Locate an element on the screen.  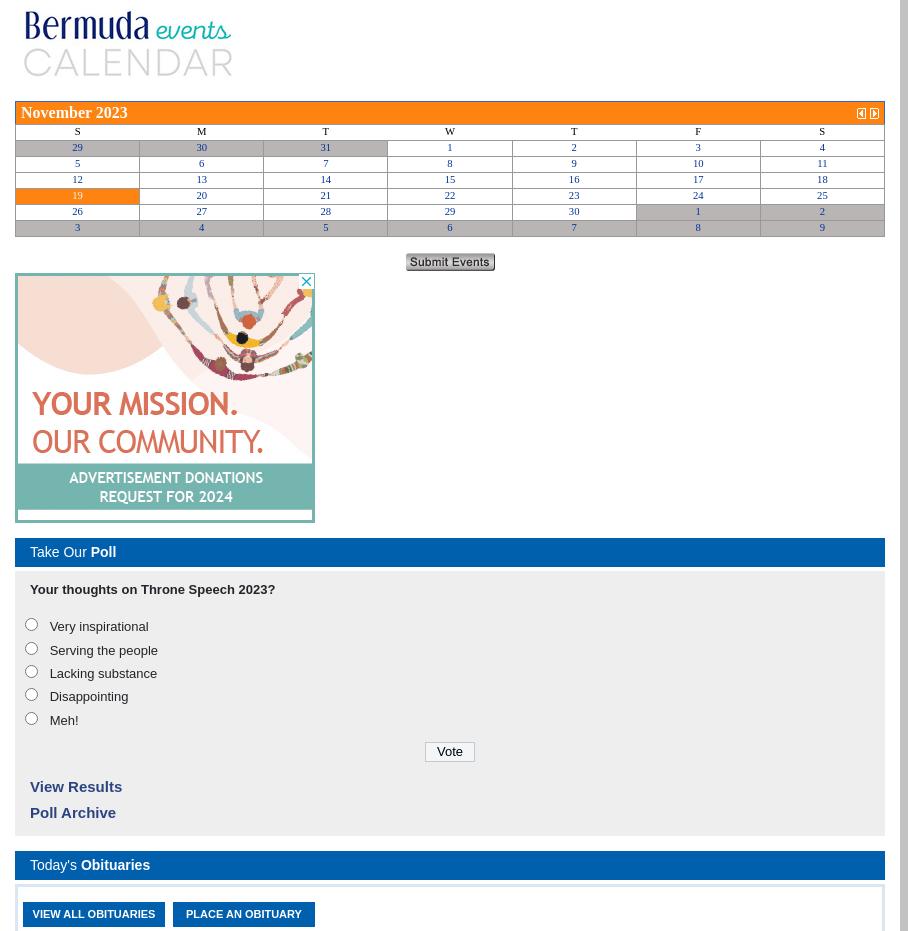
'Your thoughts on Throne Speech 2023?' is located at coordinates (151, 588).